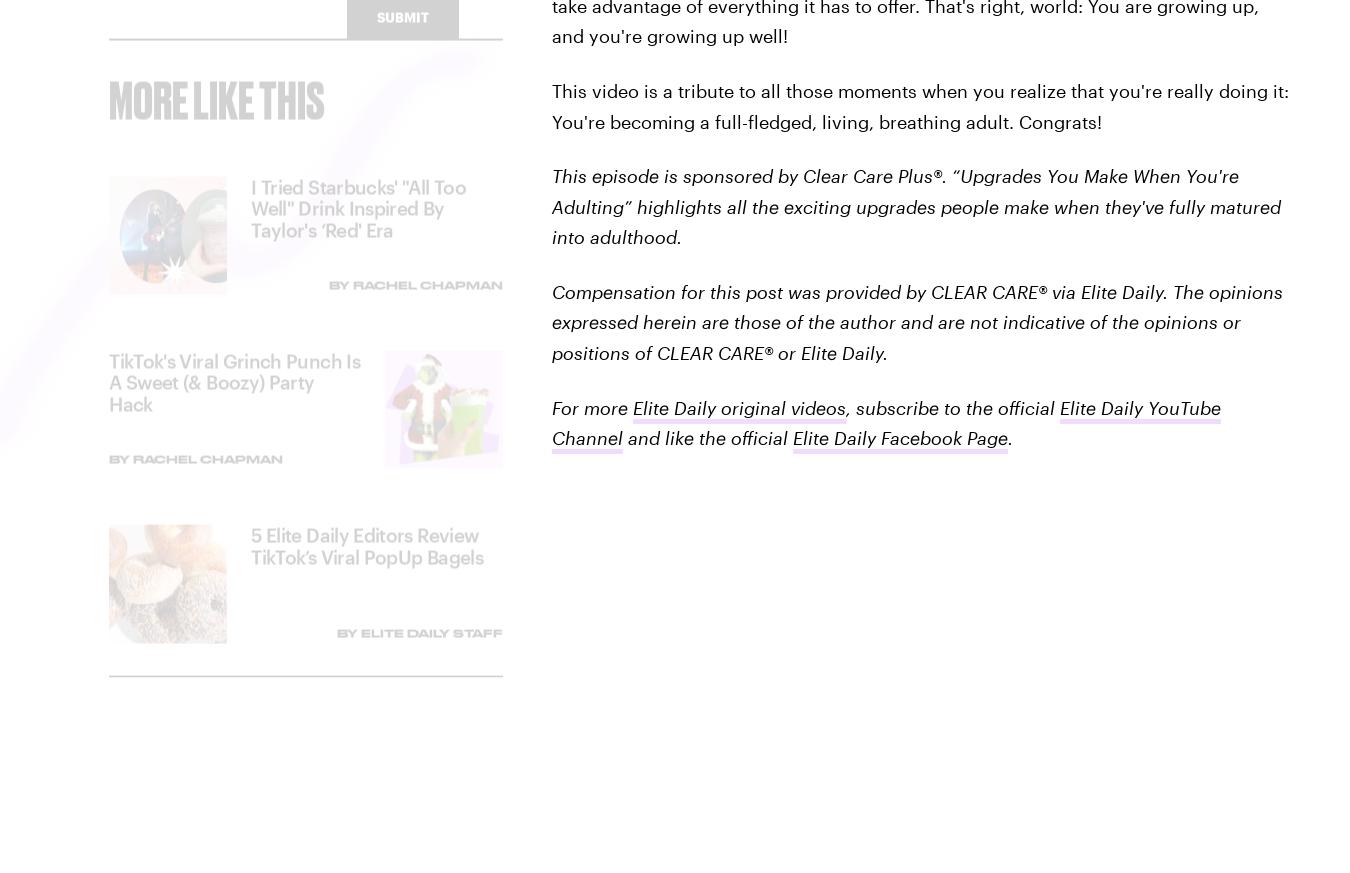  Describe the element at coordinates (367, 561) in the screenshot. I see `'5 Elite Daily Editors Review TikTok’s Viral PopUp Bagels'` at that location.